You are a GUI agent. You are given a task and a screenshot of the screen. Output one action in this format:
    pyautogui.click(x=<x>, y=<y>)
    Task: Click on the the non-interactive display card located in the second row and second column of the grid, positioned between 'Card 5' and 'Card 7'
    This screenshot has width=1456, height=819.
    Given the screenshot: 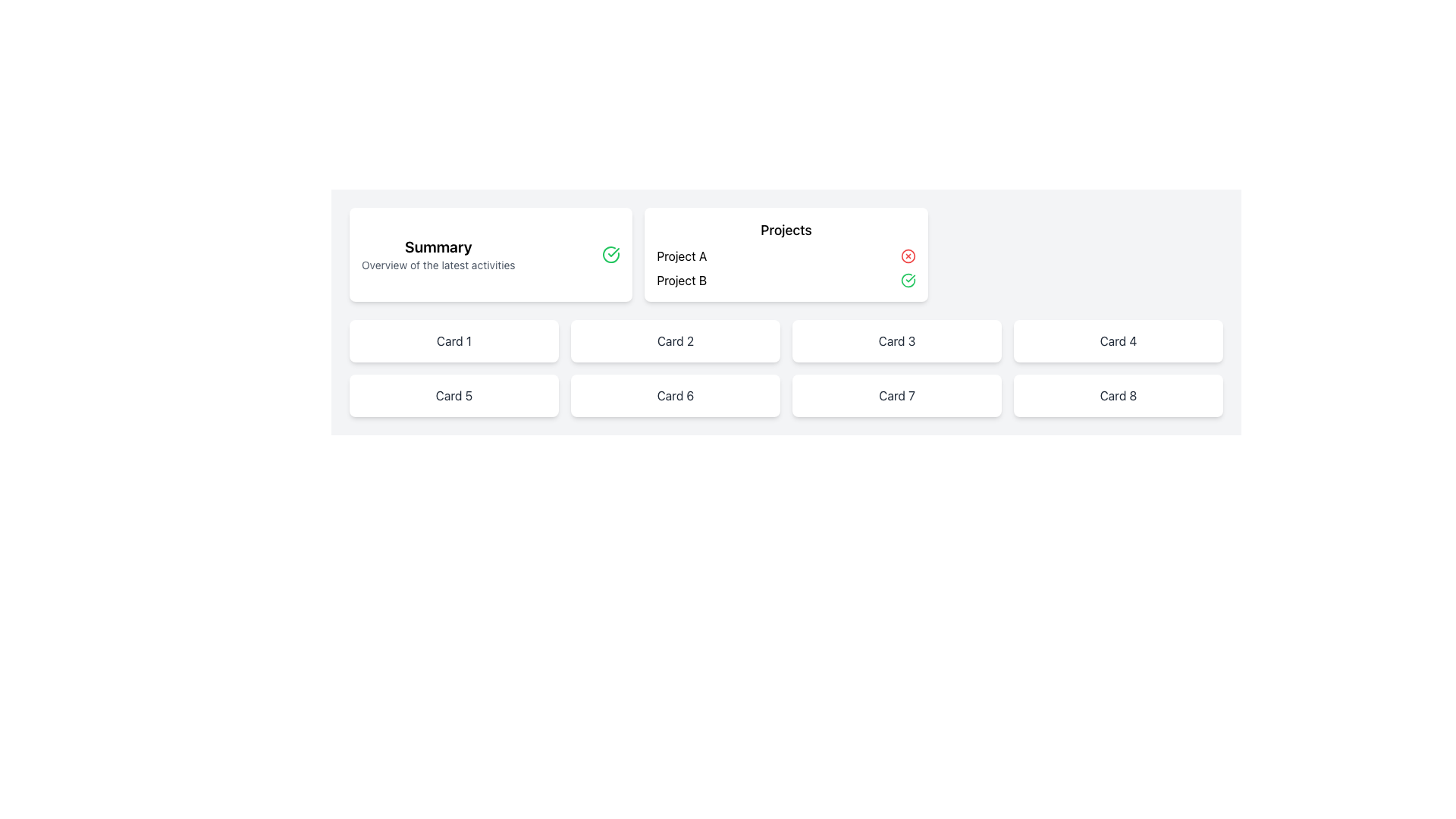 What is the action you would take?
    pyautogui.click(x=675, y=394)
    